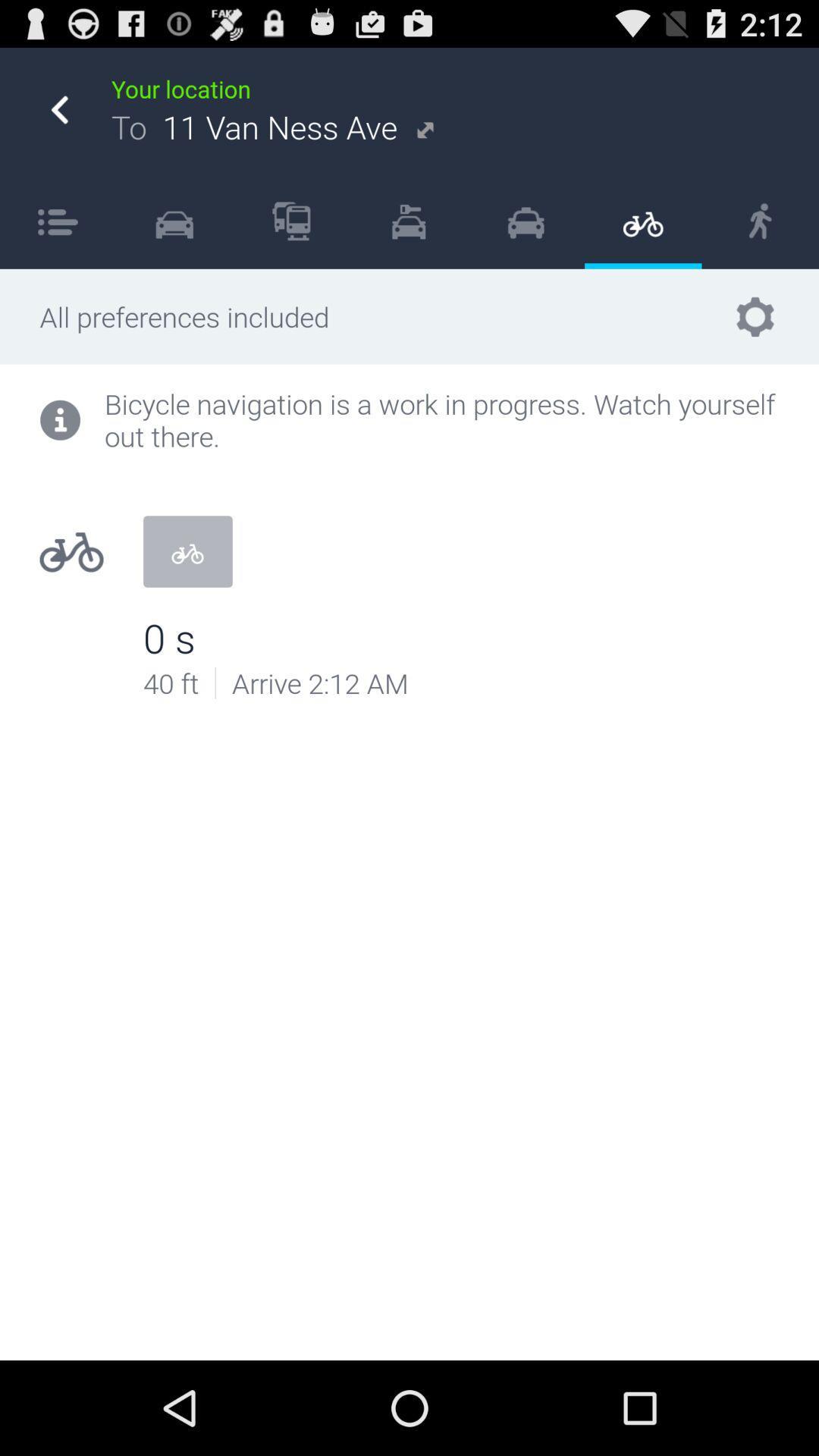  I want to click on icon next to the, so click(174, 220).